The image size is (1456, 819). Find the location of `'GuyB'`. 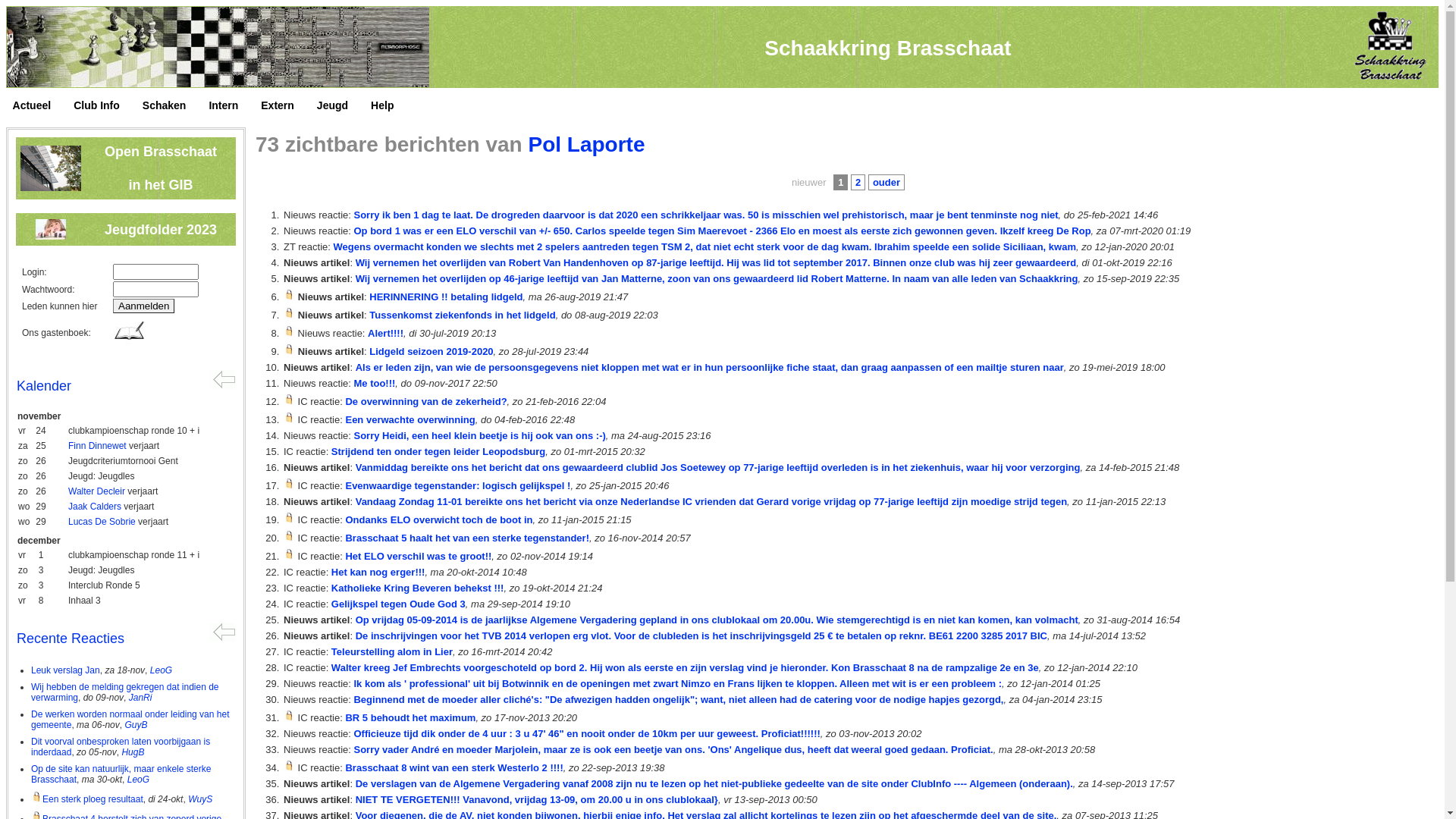

'GuyB' is located at coordinates (124, 724).